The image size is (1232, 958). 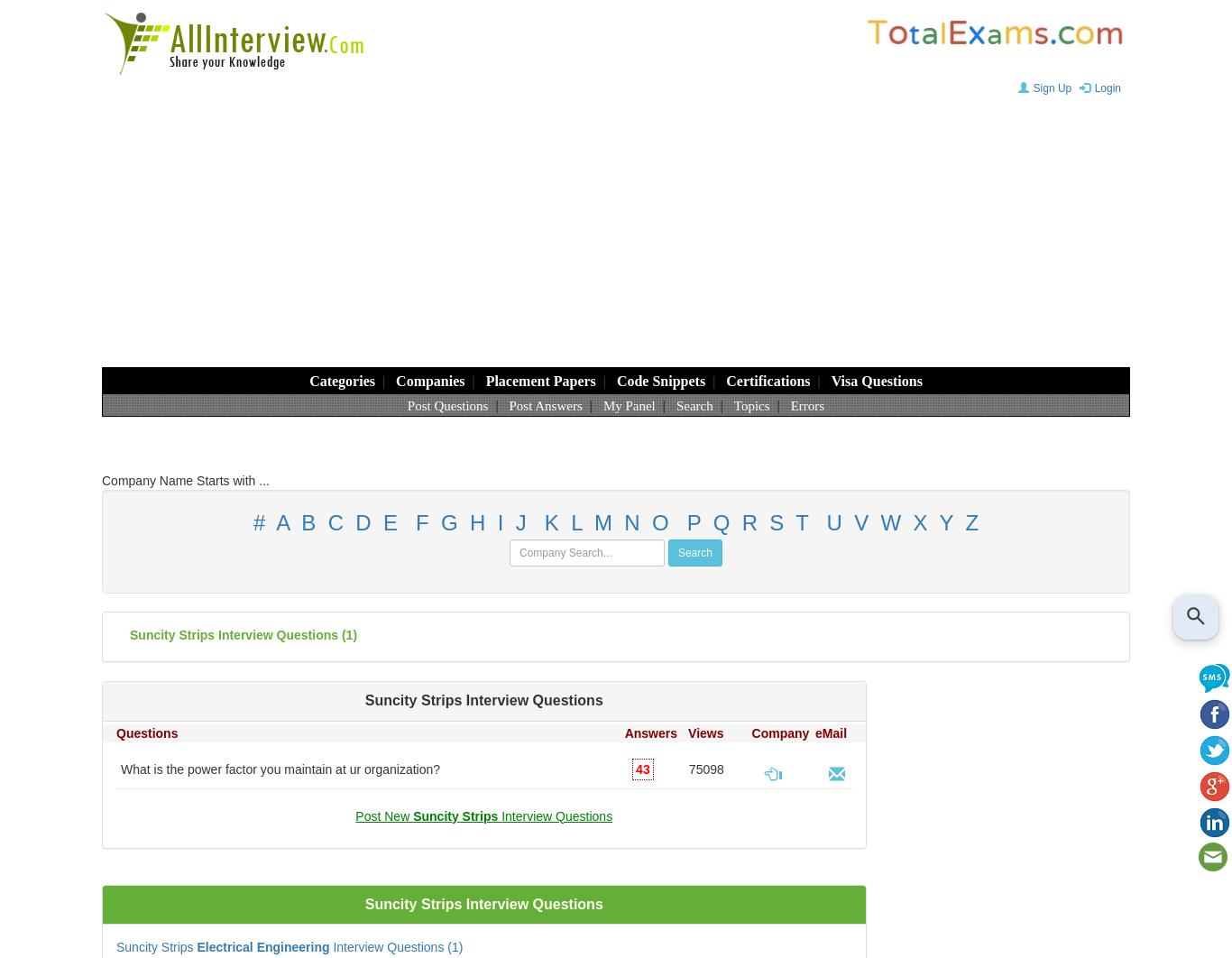 What do you see at coordinates (660, 522) in the screenshot?
I see `'O'` at bounding box center [660, 522].